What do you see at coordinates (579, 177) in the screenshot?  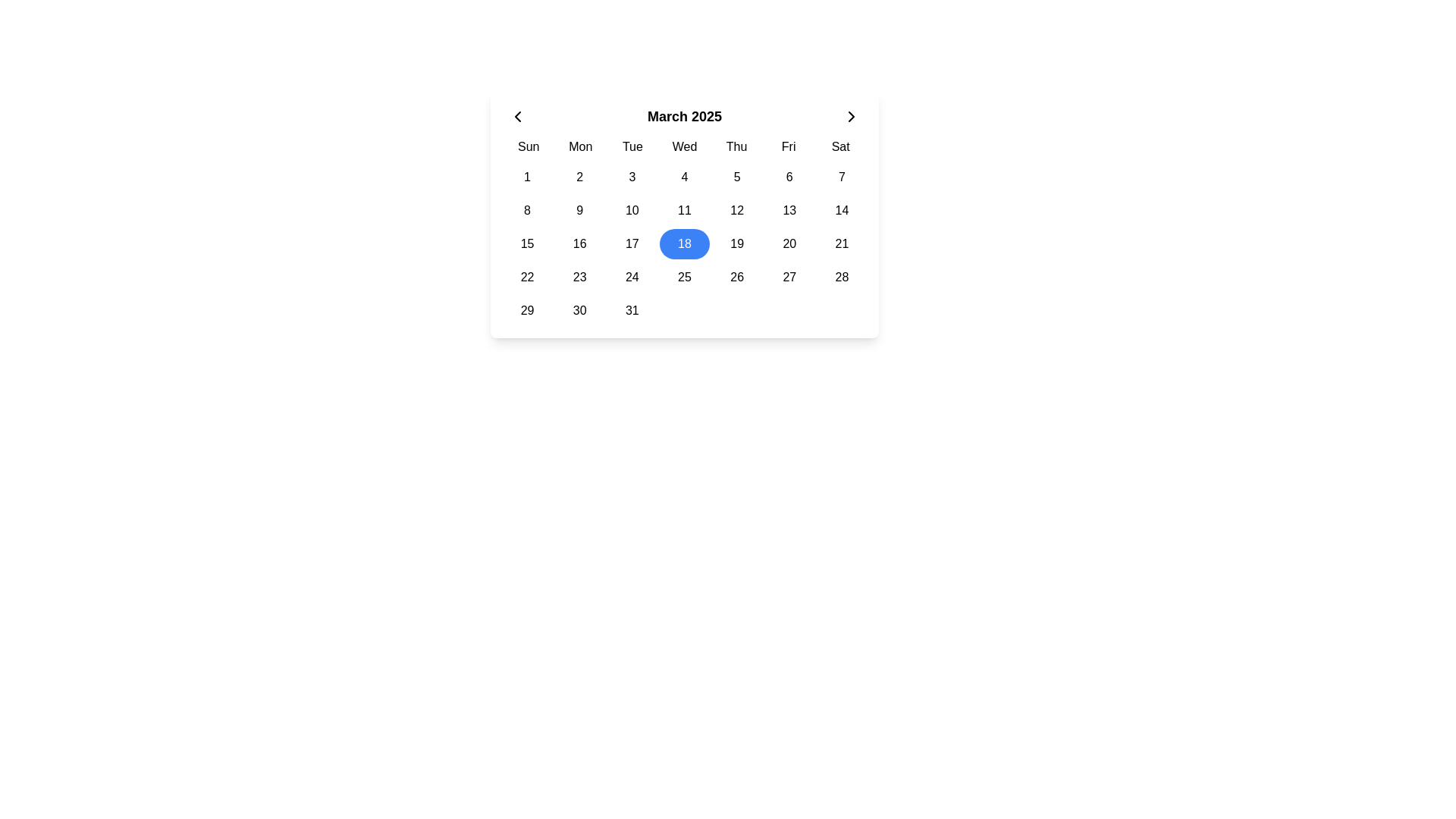 I see `the '2' button in the calendar interface` at bounding box center [579, 177].